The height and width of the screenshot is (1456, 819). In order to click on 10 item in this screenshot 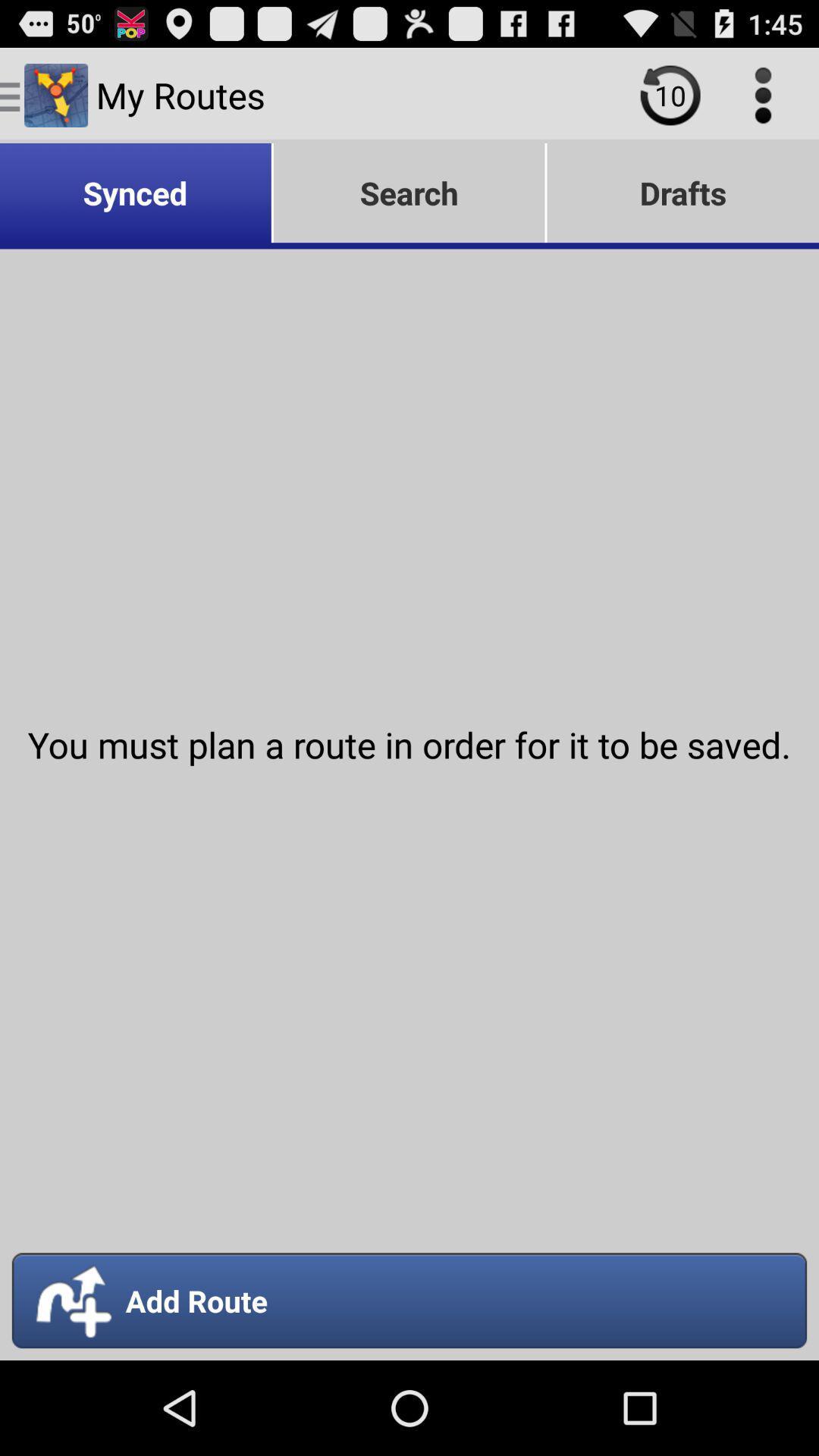, I will do `click(670, 94)`.